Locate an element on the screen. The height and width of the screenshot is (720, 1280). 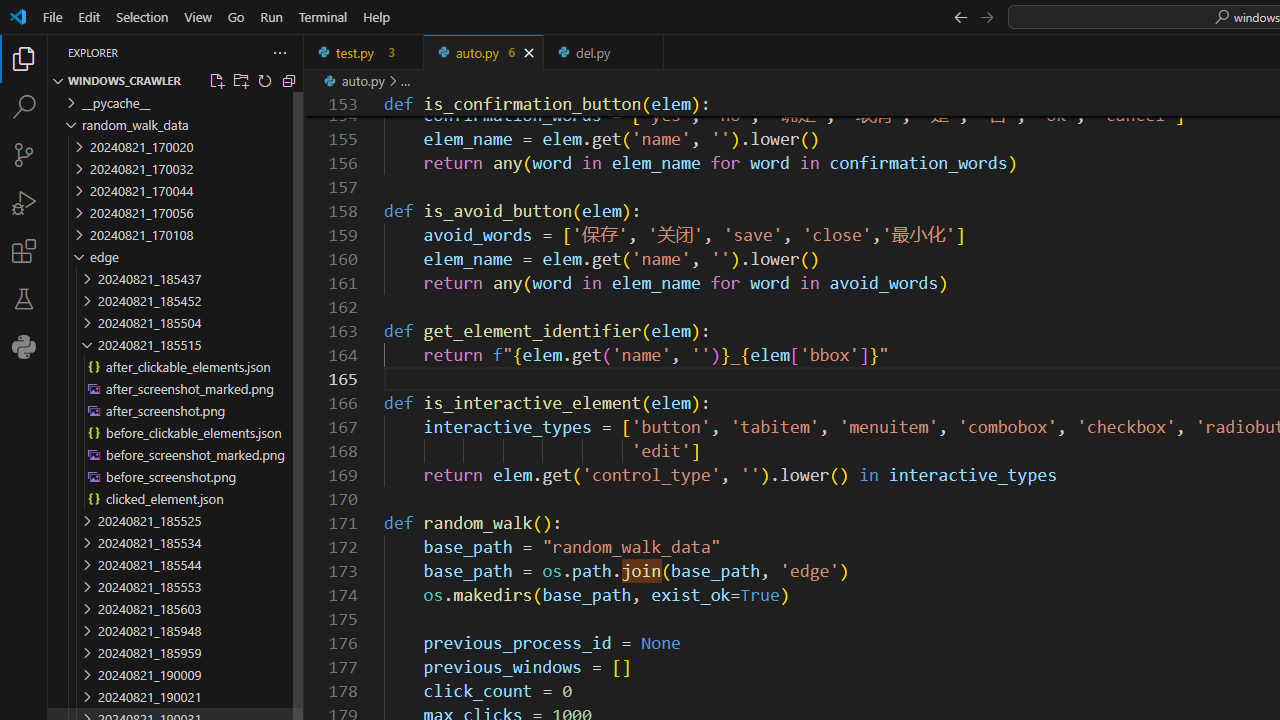
'Run' is located at coordinates (270, 16).